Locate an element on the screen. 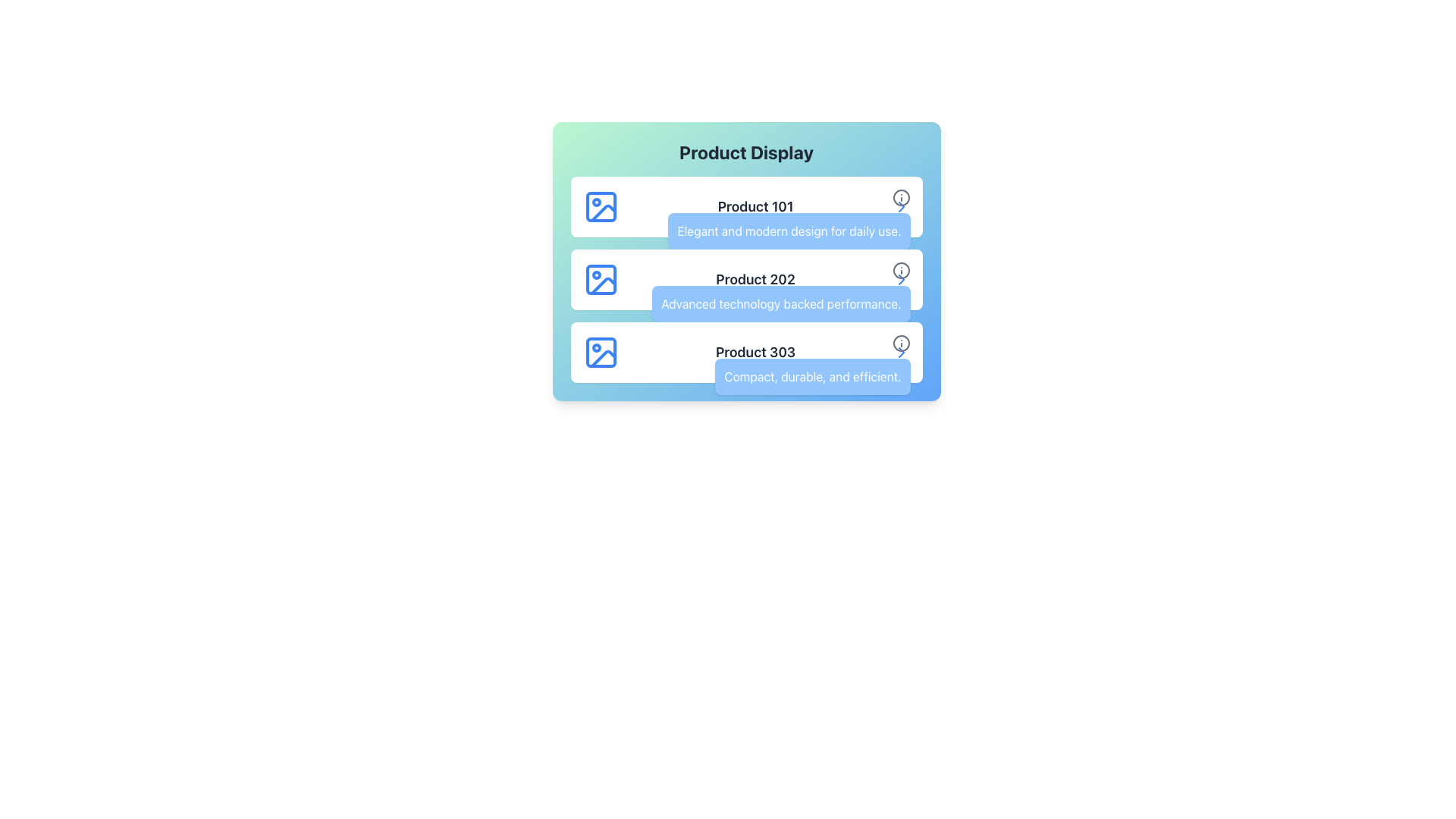 This screenshot has width=1456, height=819. the square-shaped icon with a mountain and sun motif, located on the left side of 'Product 303' in the 'Product Display' list is located at coordinates (600, 353).